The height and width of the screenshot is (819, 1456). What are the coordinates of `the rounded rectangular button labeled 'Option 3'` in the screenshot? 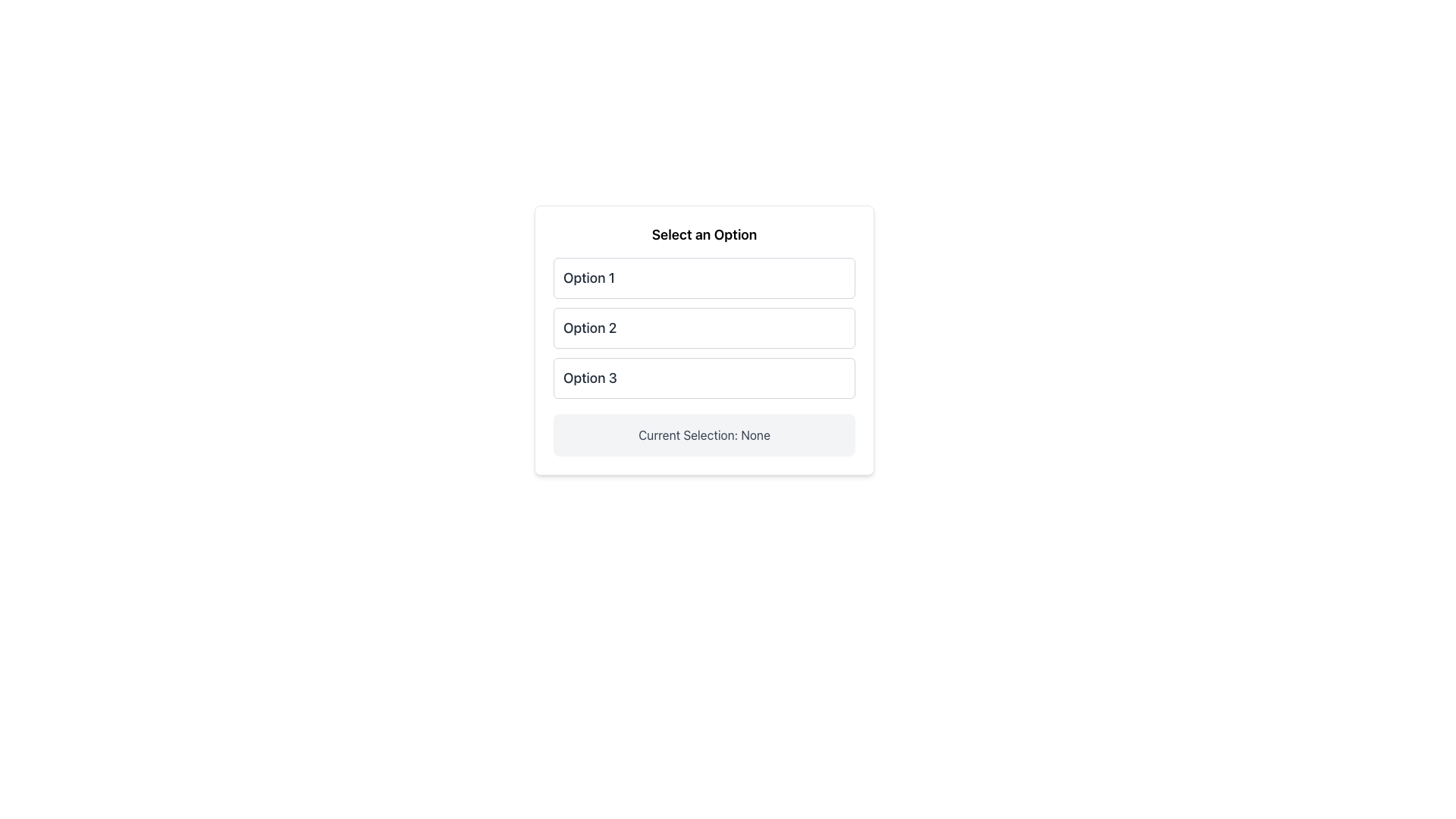 It's located at (704, 377).